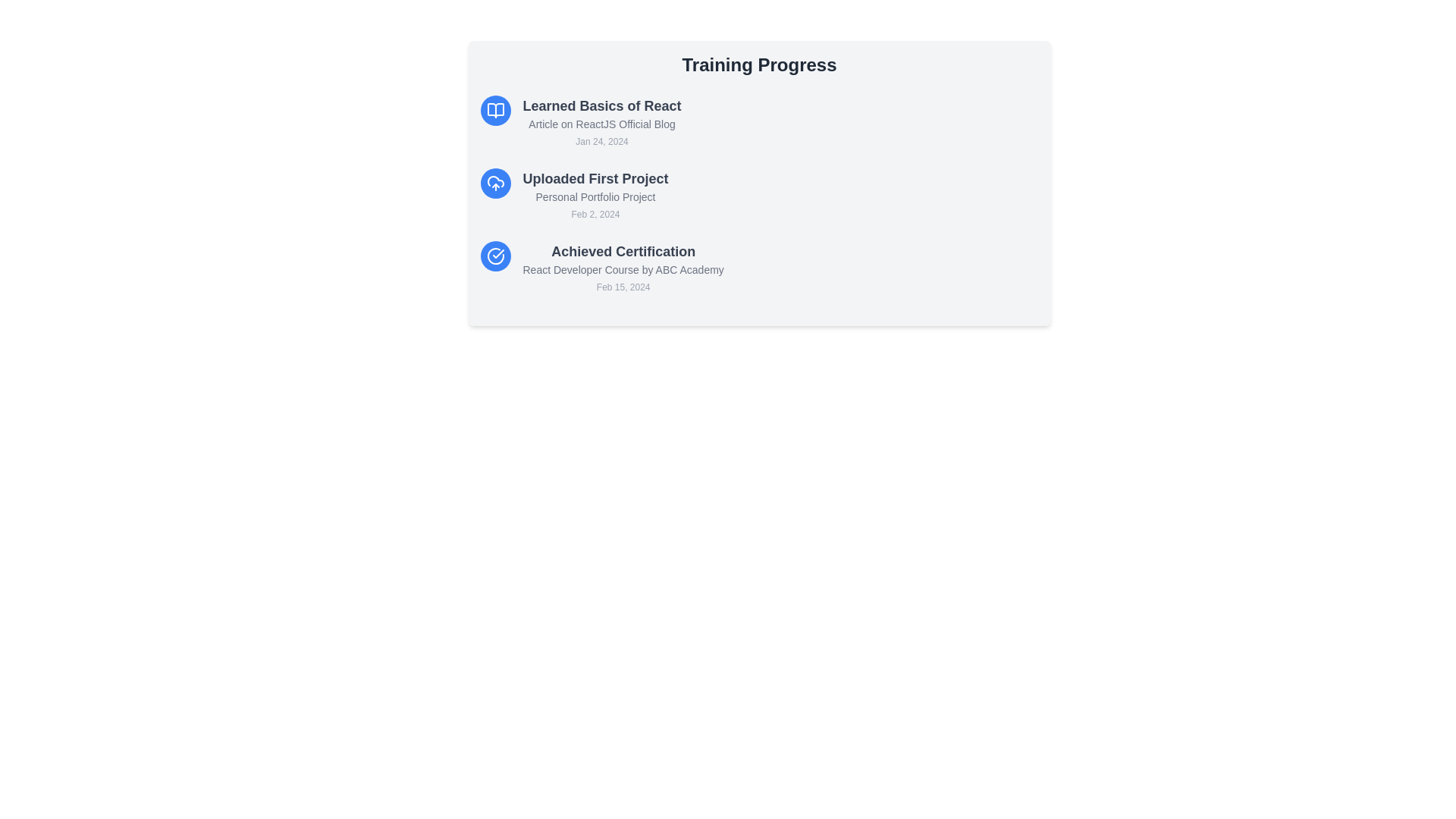  What do you see at coordinates (495, 110) in the screenshot?
I see `the SVG icon representing the 'Learned Basics of React' achievement, which is located in the first item of the training progress activities list, to the left of the text and within a blue circle` at bounding box center [495, 110].